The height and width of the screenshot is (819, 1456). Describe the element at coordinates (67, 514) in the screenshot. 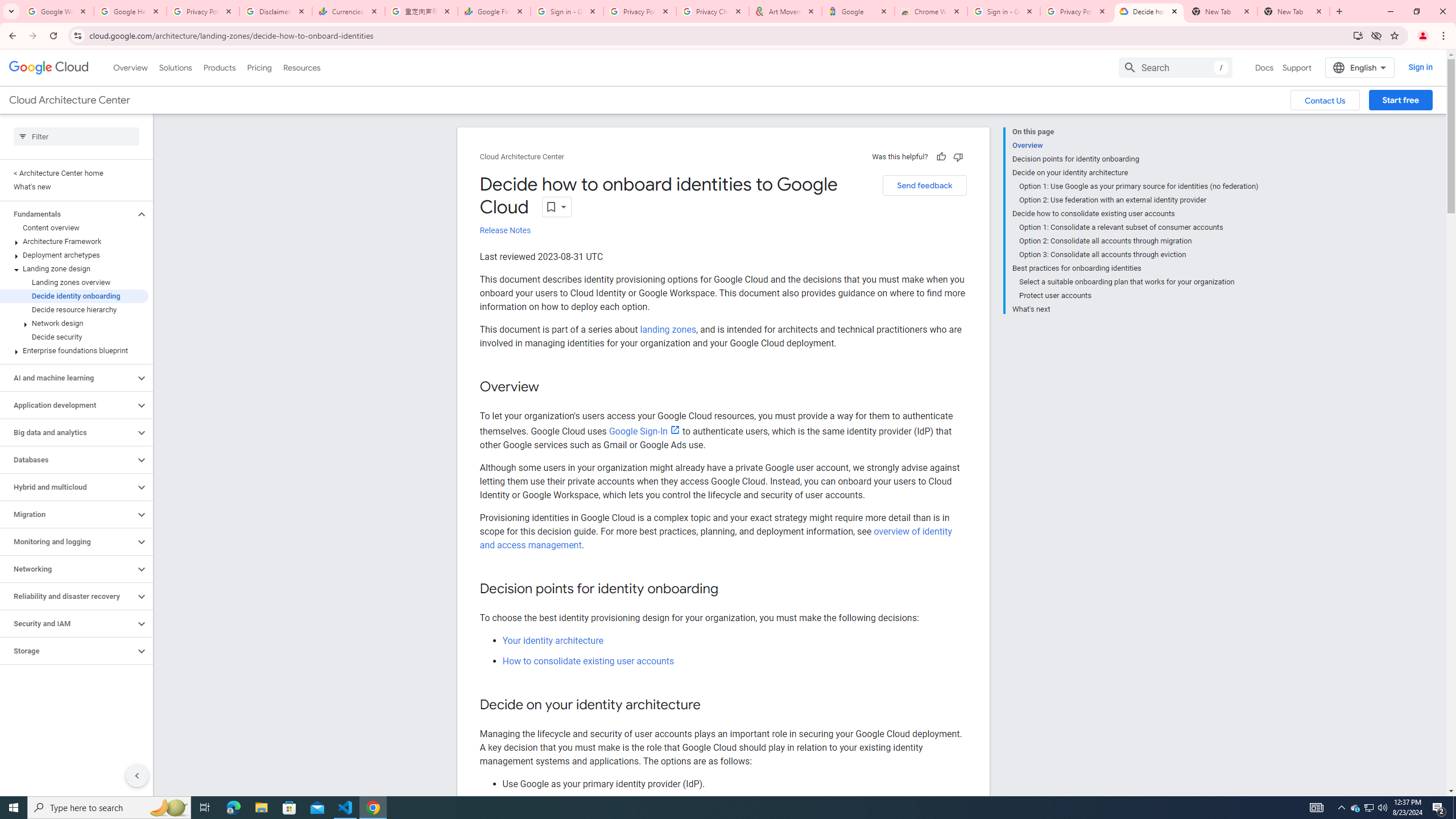

I see `'Migration'` at that location.